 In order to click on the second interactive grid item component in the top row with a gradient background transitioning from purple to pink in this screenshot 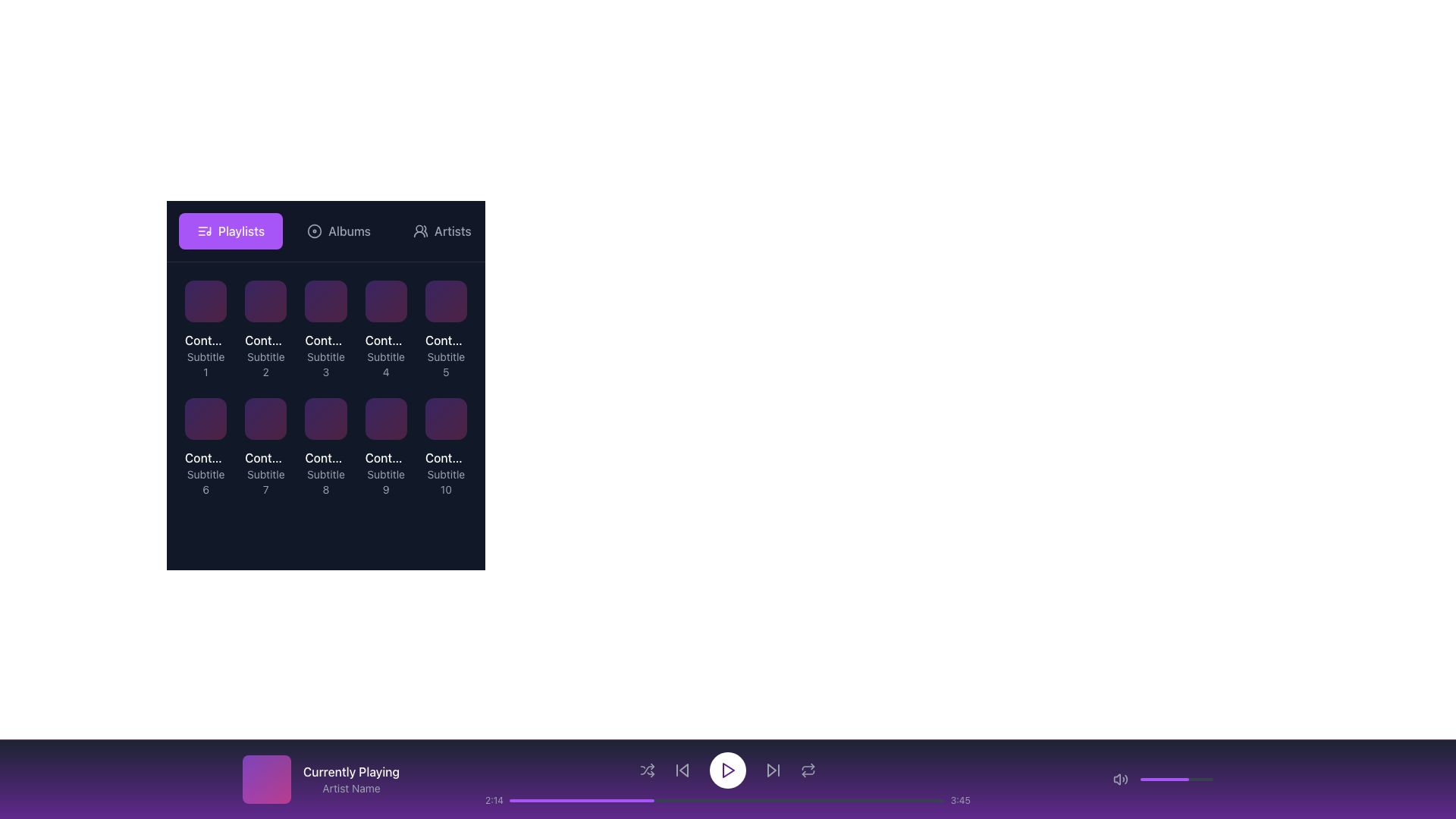, I will do `click(265, 301)`.